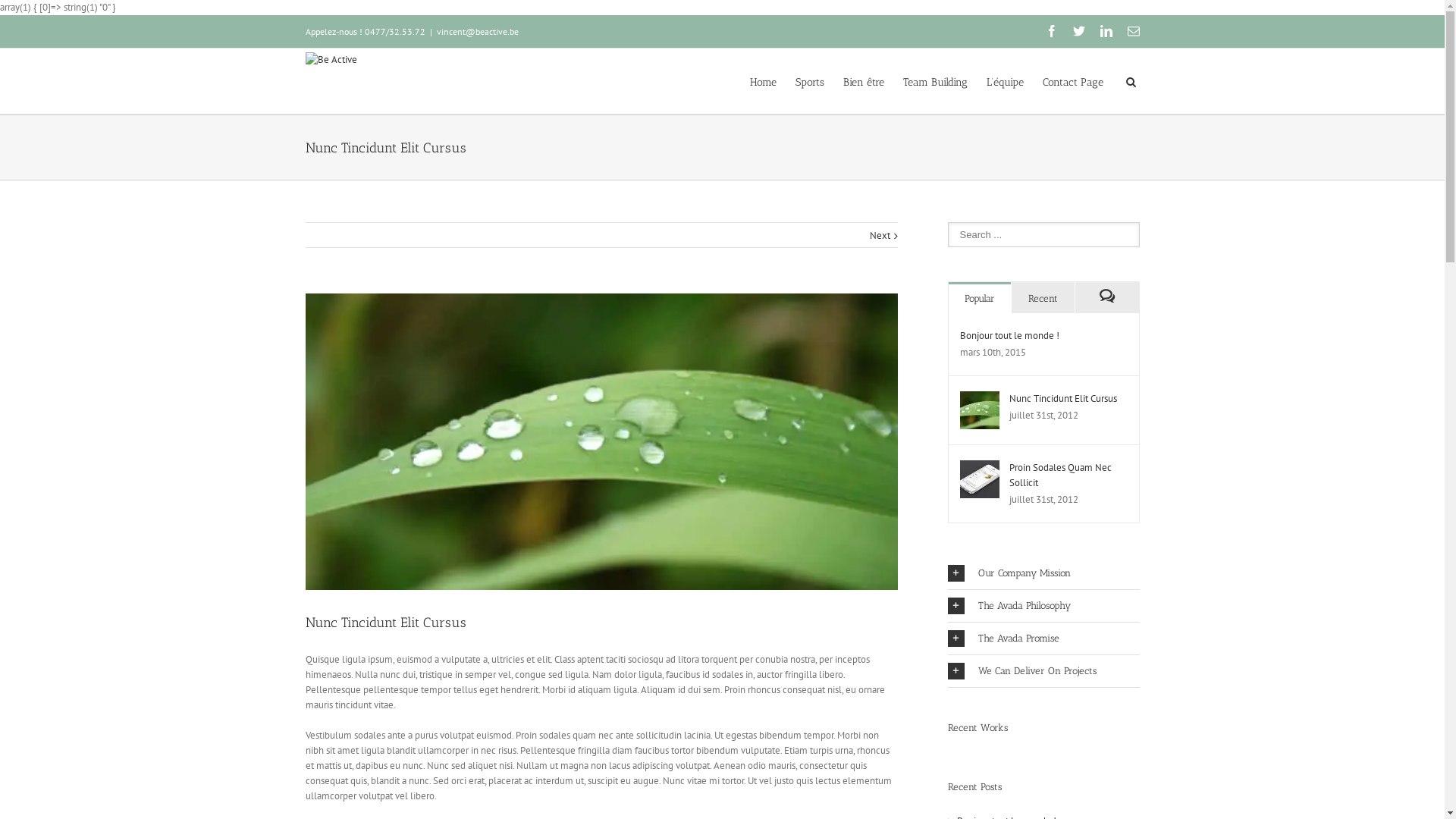 This screenshot has height=819, width=1456. I want to click on 'Recent', so click(1012, 297).